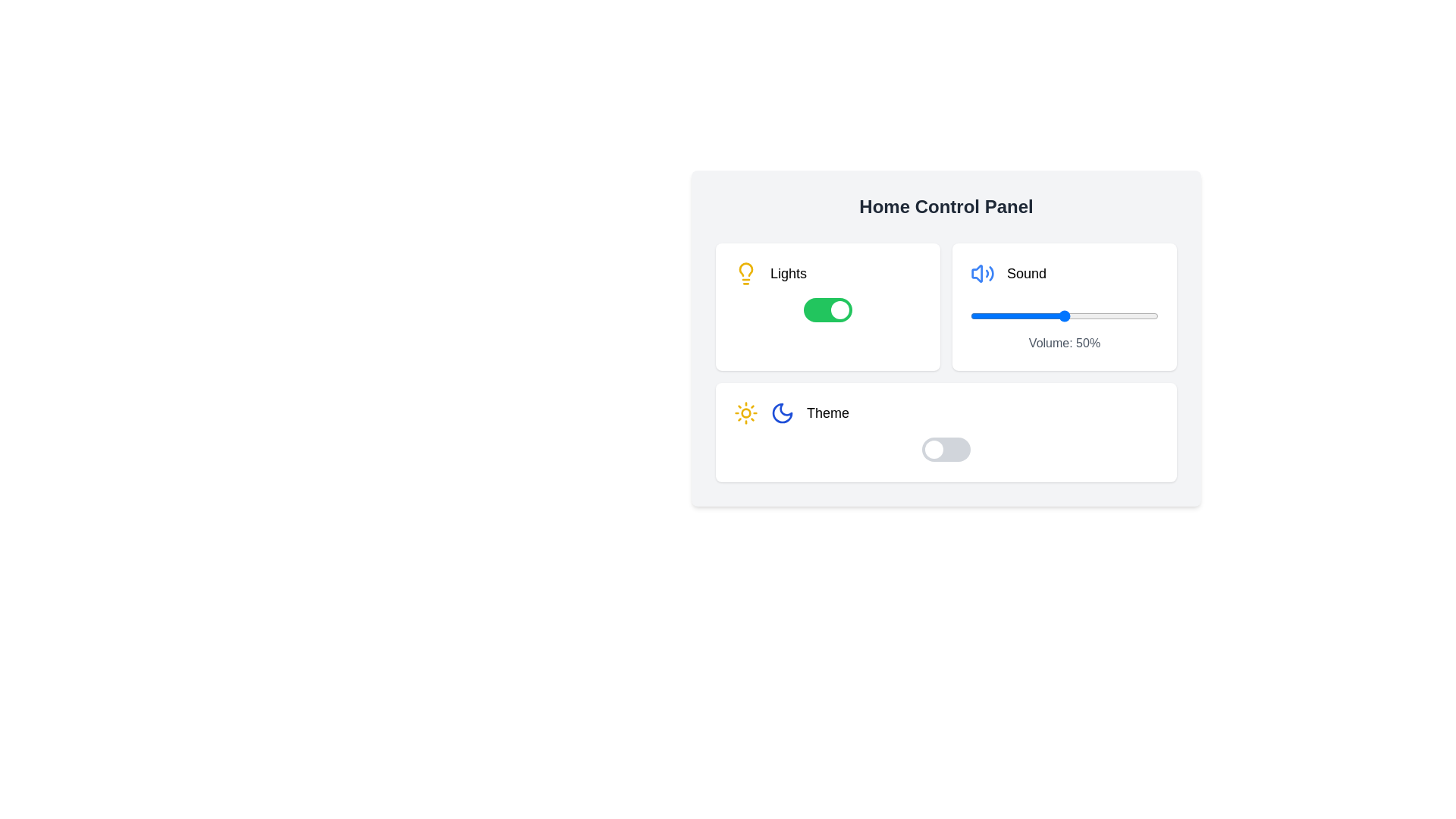 This screenshot has width=1456, height=819. Describe the element at coordinates (745, 413) in the screenshot. I see `the center of the sun icon, which is used for toggling the light theme in the control panel interface` at that location.